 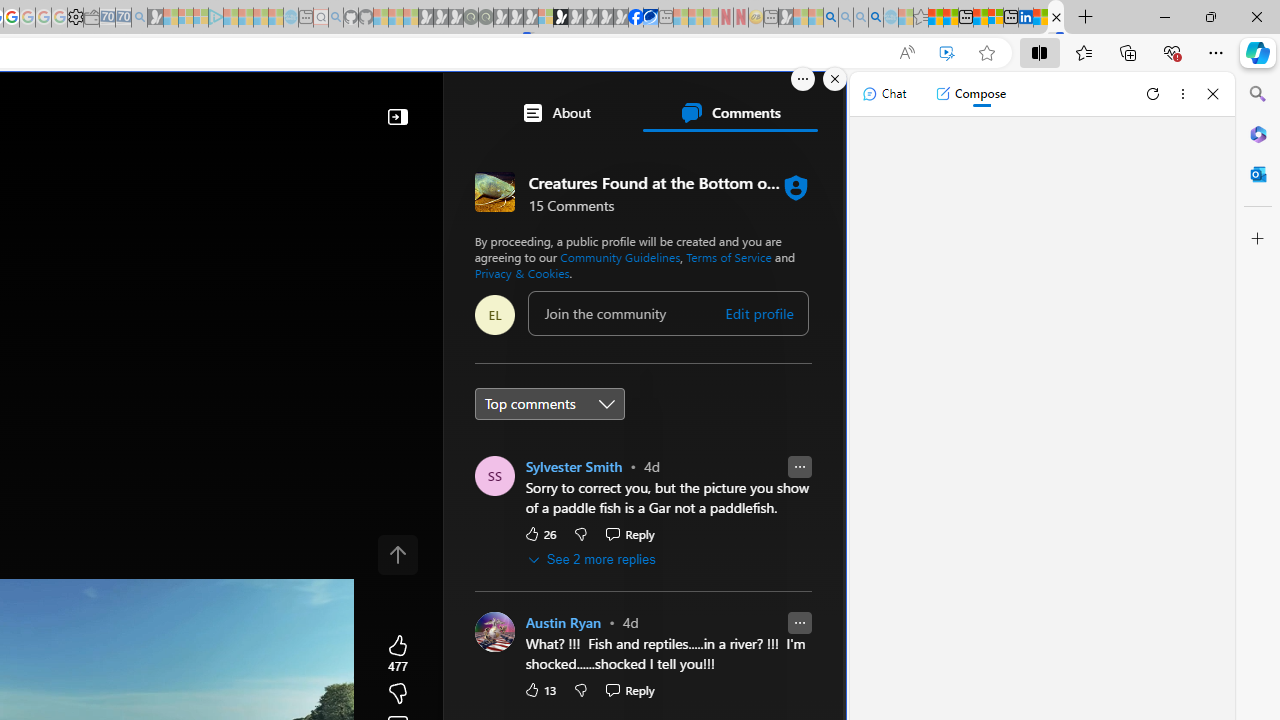 What do you see at coordinates (619, 255) in the screenshot?
I see `'Community Guidelines'` at bounding box center [619, 255].